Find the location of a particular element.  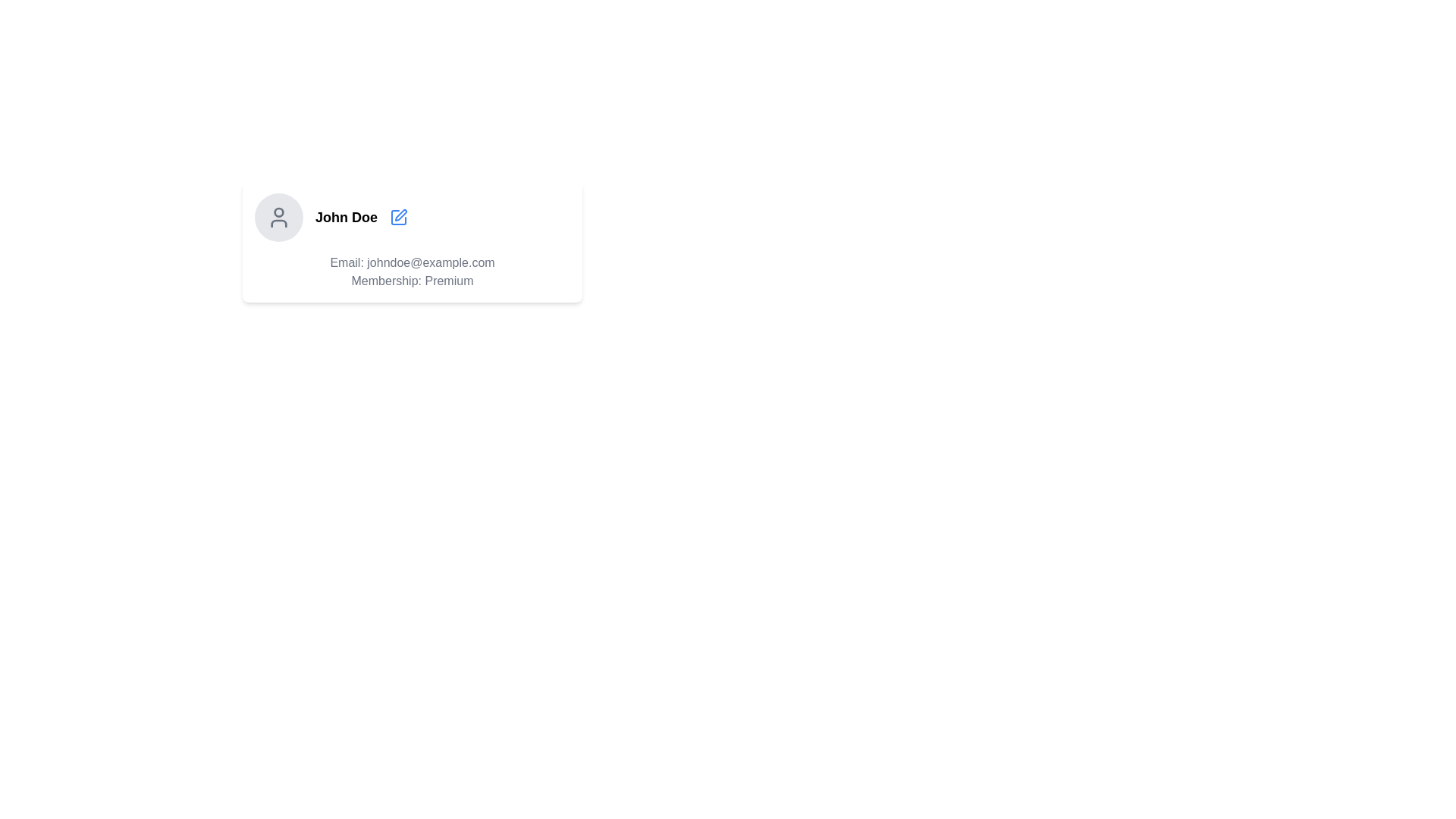

email and membership information displayed in the Text Display Block located at the bottom section of the interface, below the user's name and profile area is located at coordinates (412, 271).